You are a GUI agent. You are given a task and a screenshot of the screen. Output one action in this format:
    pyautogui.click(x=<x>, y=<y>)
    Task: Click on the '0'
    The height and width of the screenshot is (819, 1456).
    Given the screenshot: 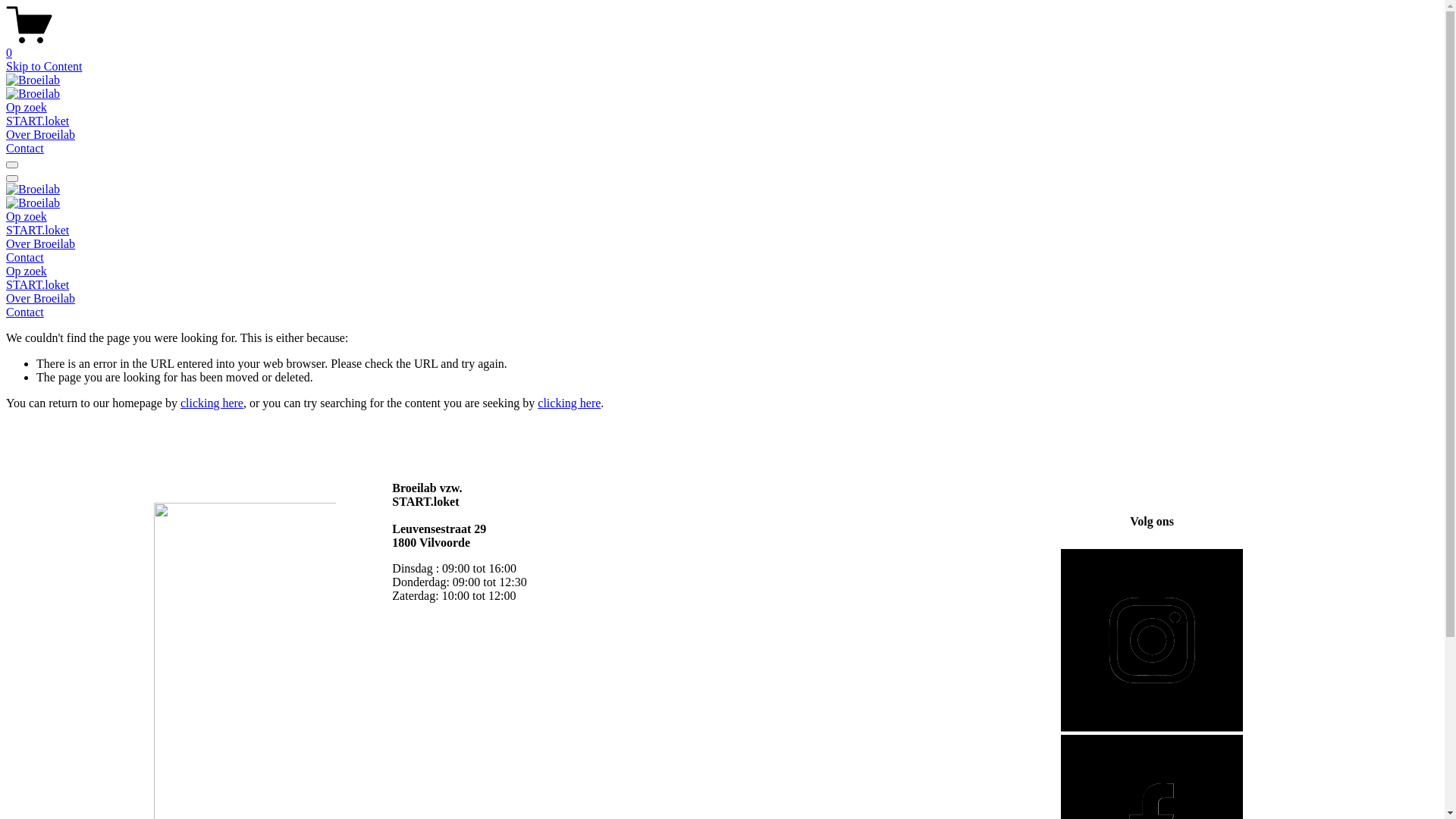 What is the action you would take?
    pyautogui.click(x=6, y=45)
    